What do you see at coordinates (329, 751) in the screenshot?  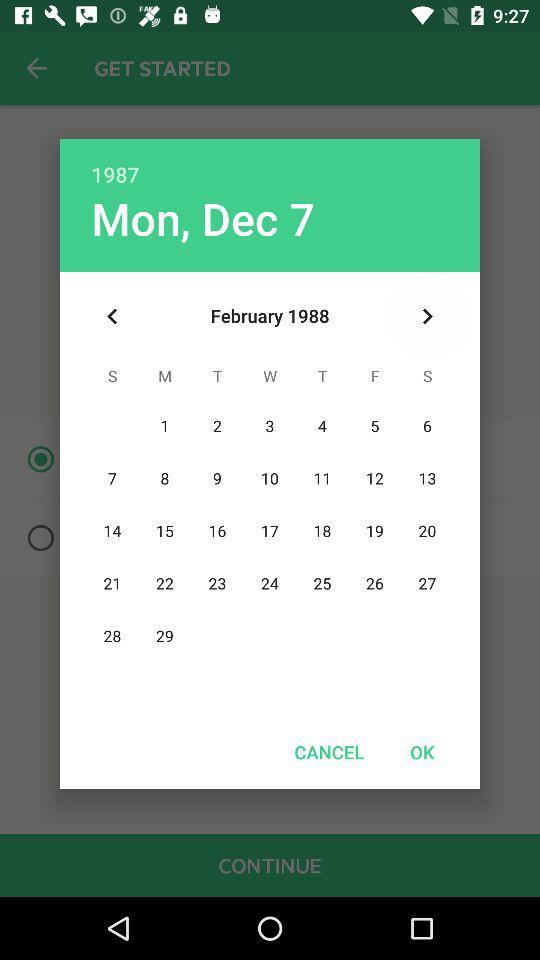 I see `the item to the left of the ok` at bounding box center [329, 751].